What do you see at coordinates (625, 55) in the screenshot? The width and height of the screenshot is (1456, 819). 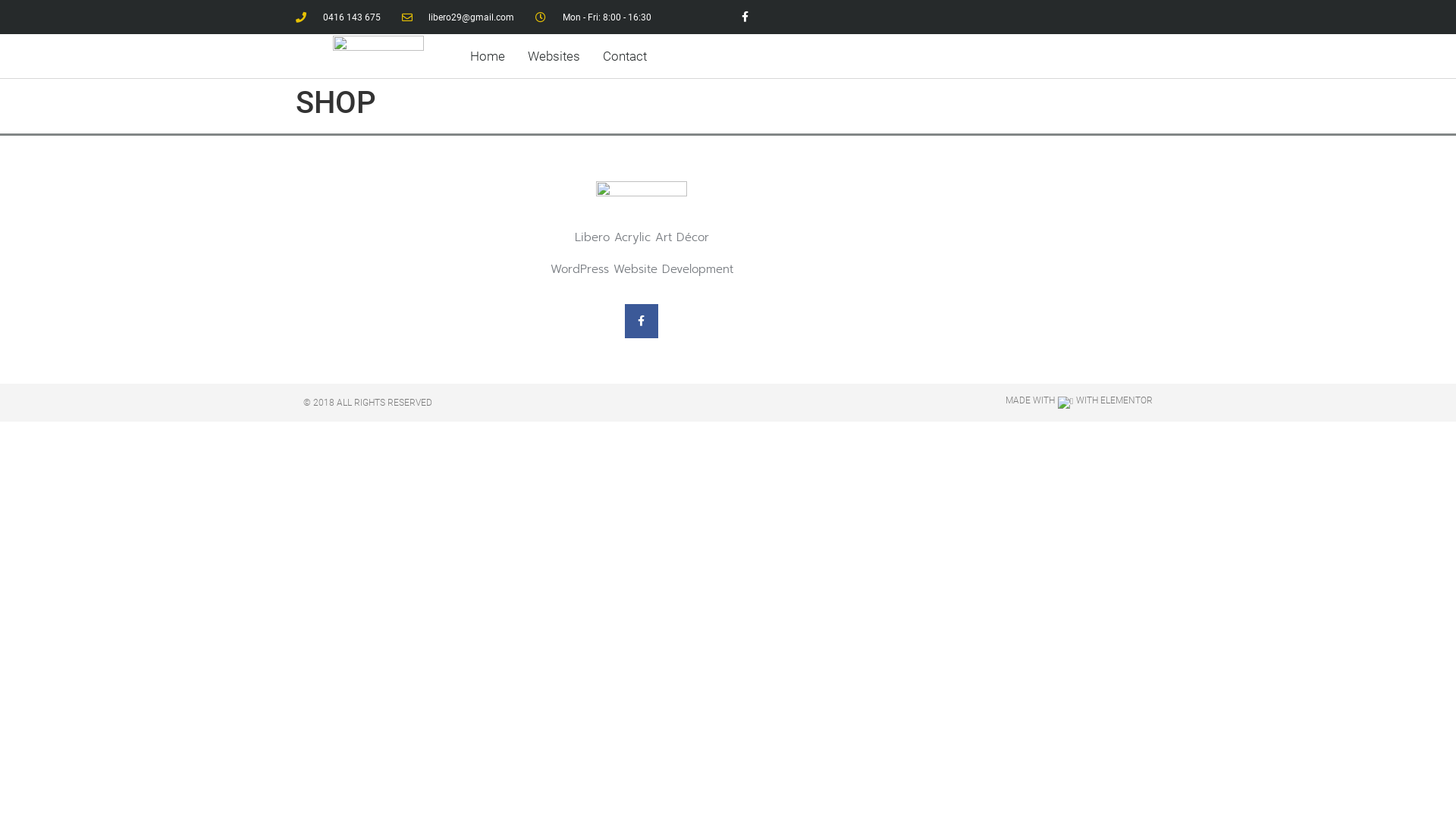 I see `'Contact'` at bounding box center [625, 55].